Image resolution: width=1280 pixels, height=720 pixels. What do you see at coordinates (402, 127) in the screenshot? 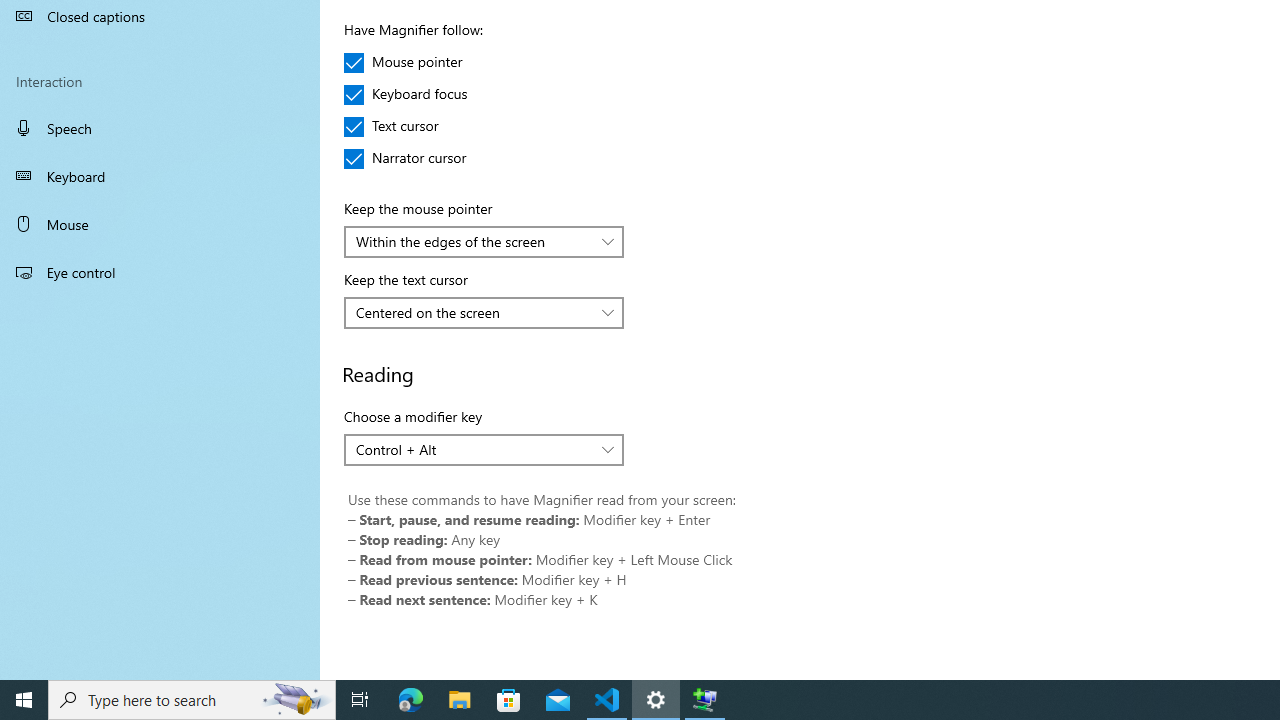
I see `'Text cursor'` at bounding box center [402, 127].